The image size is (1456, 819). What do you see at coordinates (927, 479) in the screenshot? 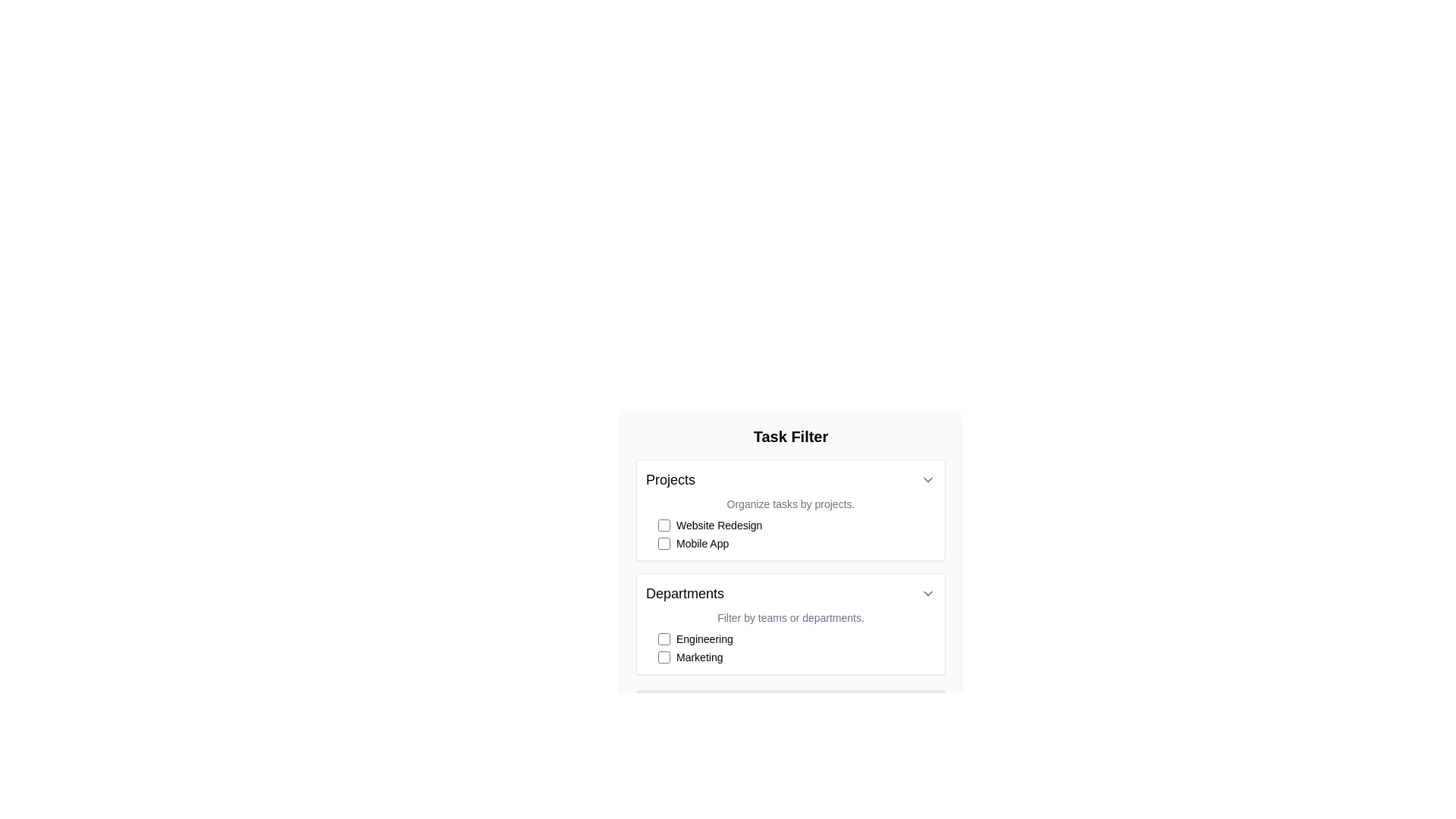
I see `the chevron icon located` at bounding box center [927, 479].